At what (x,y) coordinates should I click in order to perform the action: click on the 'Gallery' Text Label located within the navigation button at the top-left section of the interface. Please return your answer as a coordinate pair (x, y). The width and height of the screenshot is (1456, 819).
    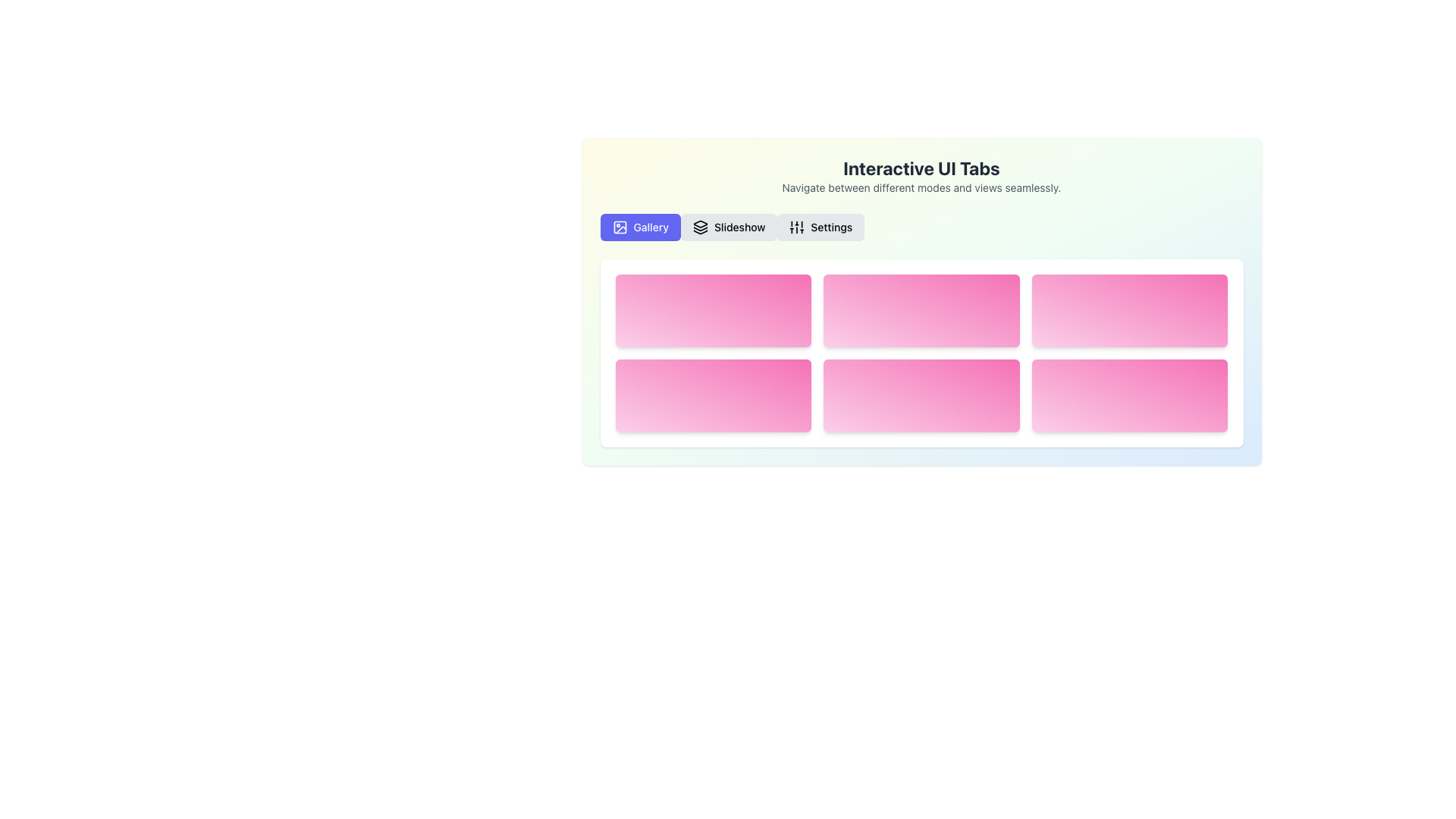
    Looking at the image, I should click on (651, 227).